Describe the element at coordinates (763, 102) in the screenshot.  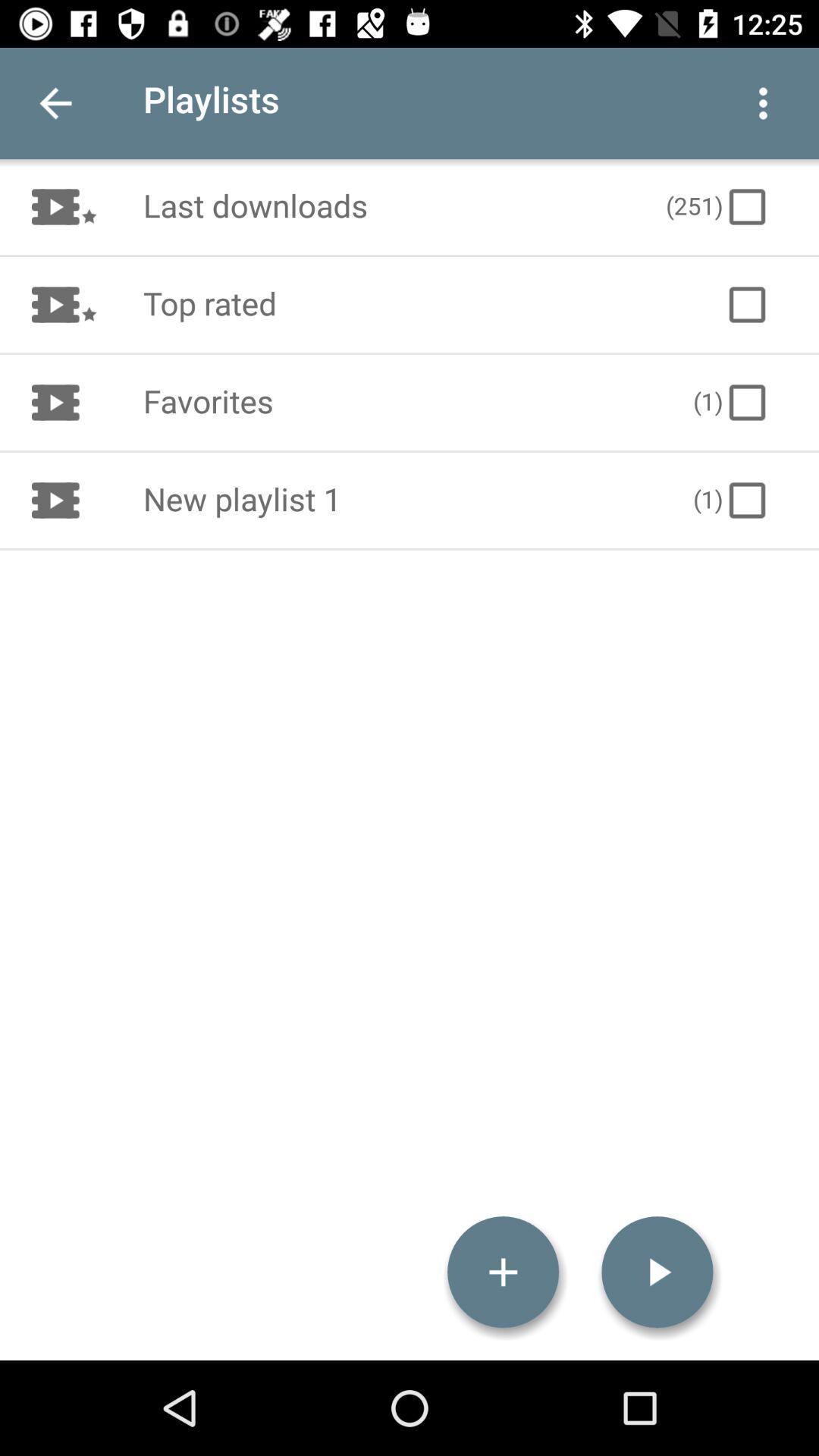
I see `item next to playlists icon` at that location.